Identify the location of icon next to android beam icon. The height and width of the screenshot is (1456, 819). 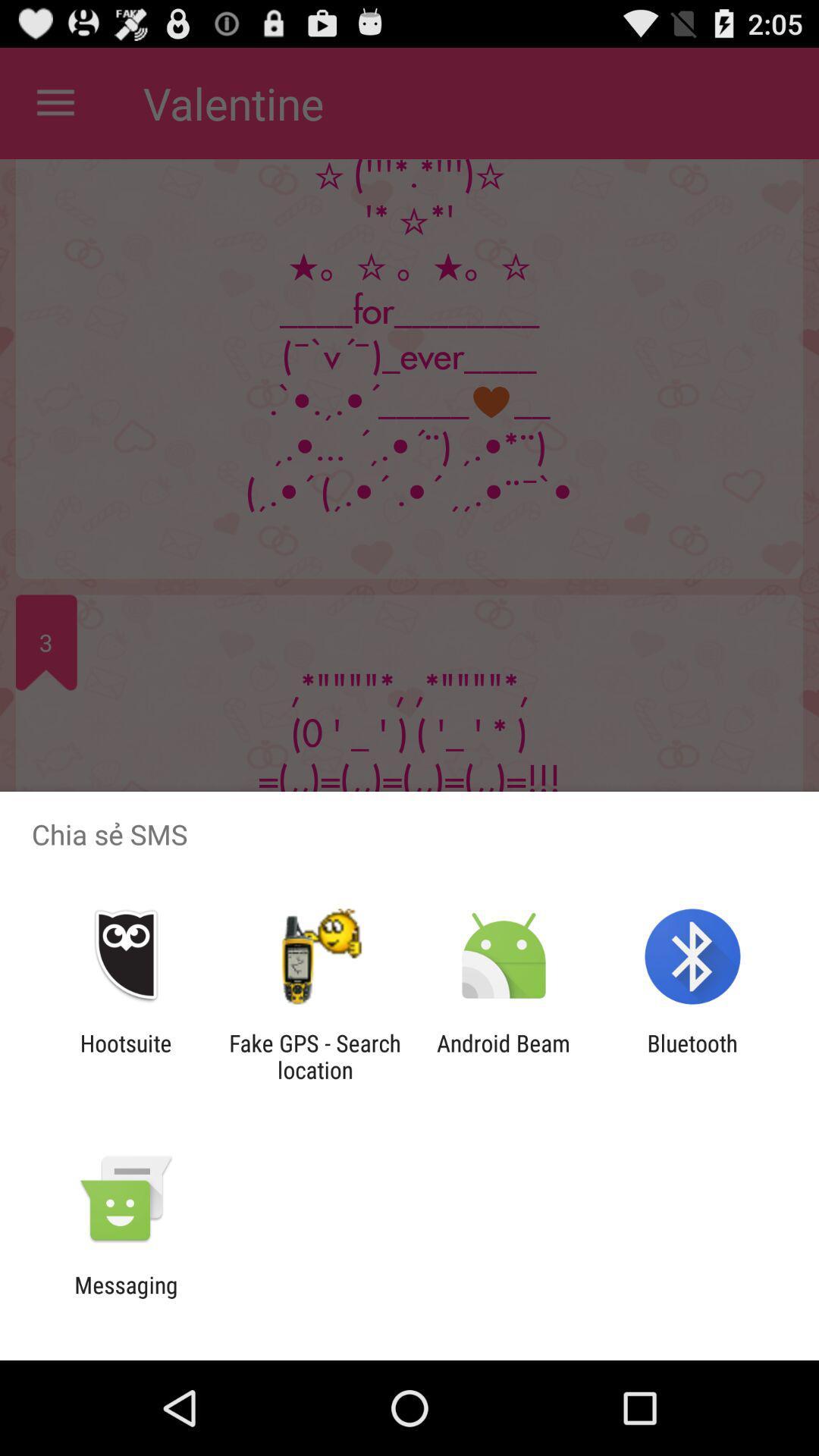
(692, 1056).